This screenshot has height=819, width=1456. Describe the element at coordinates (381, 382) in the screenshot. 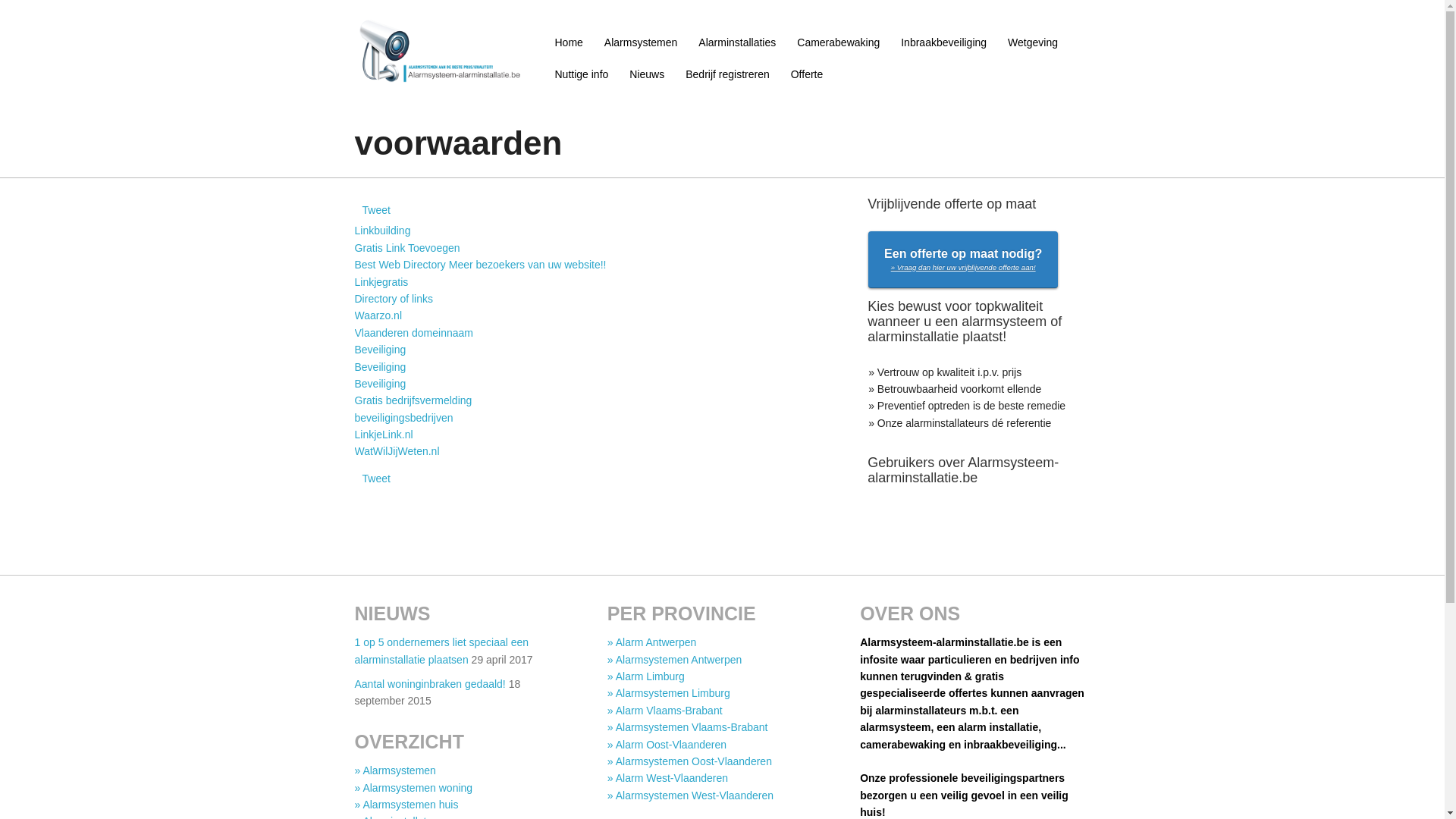

I see `'Beveiliging'` at that location.